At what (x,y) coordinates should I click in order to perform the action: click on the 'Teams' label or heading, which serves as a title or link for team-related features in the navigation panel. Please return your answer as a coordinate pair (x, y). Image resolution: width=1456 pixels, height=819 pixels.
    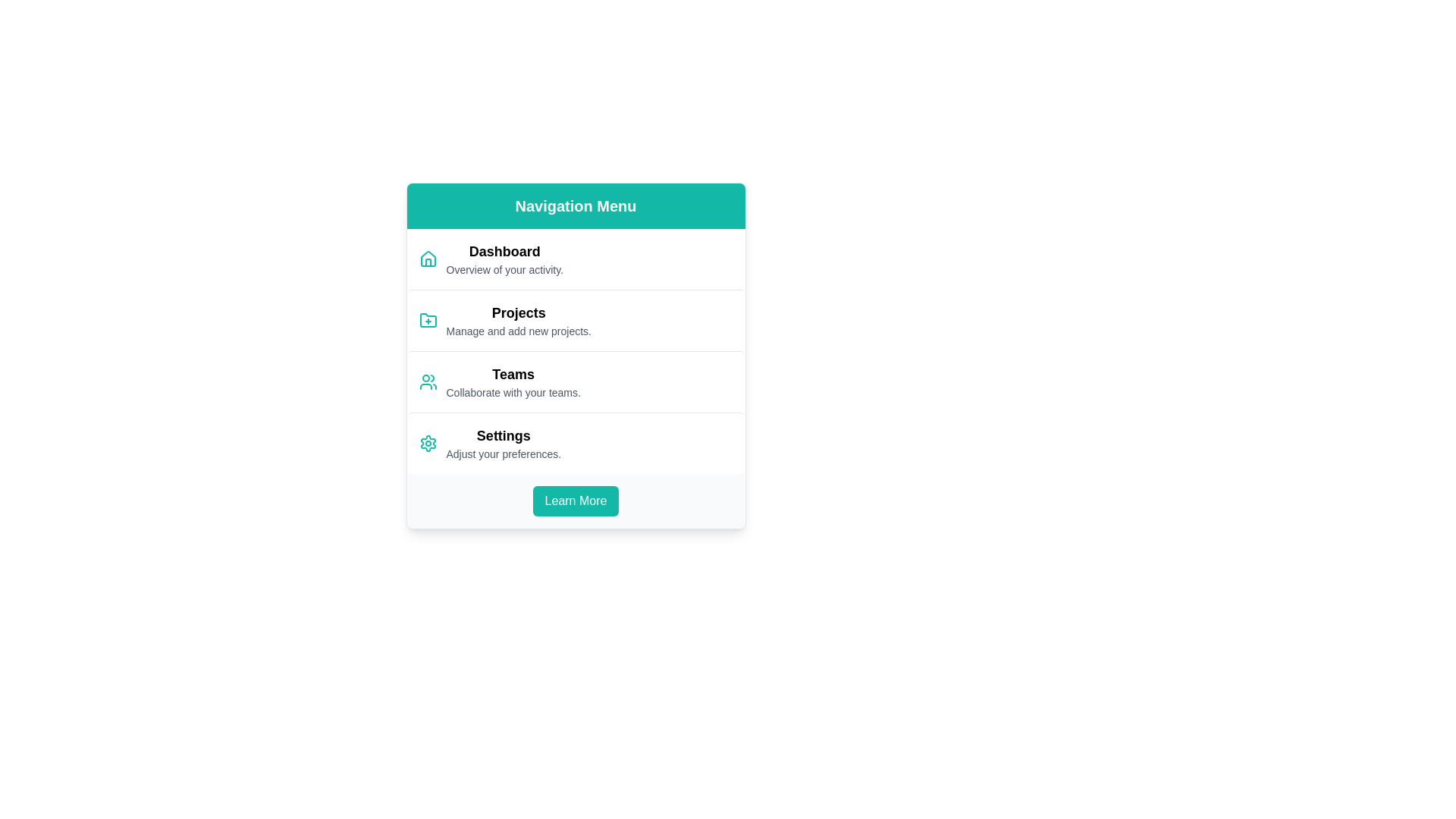
    Looking at the image, I should click on (513, 374).